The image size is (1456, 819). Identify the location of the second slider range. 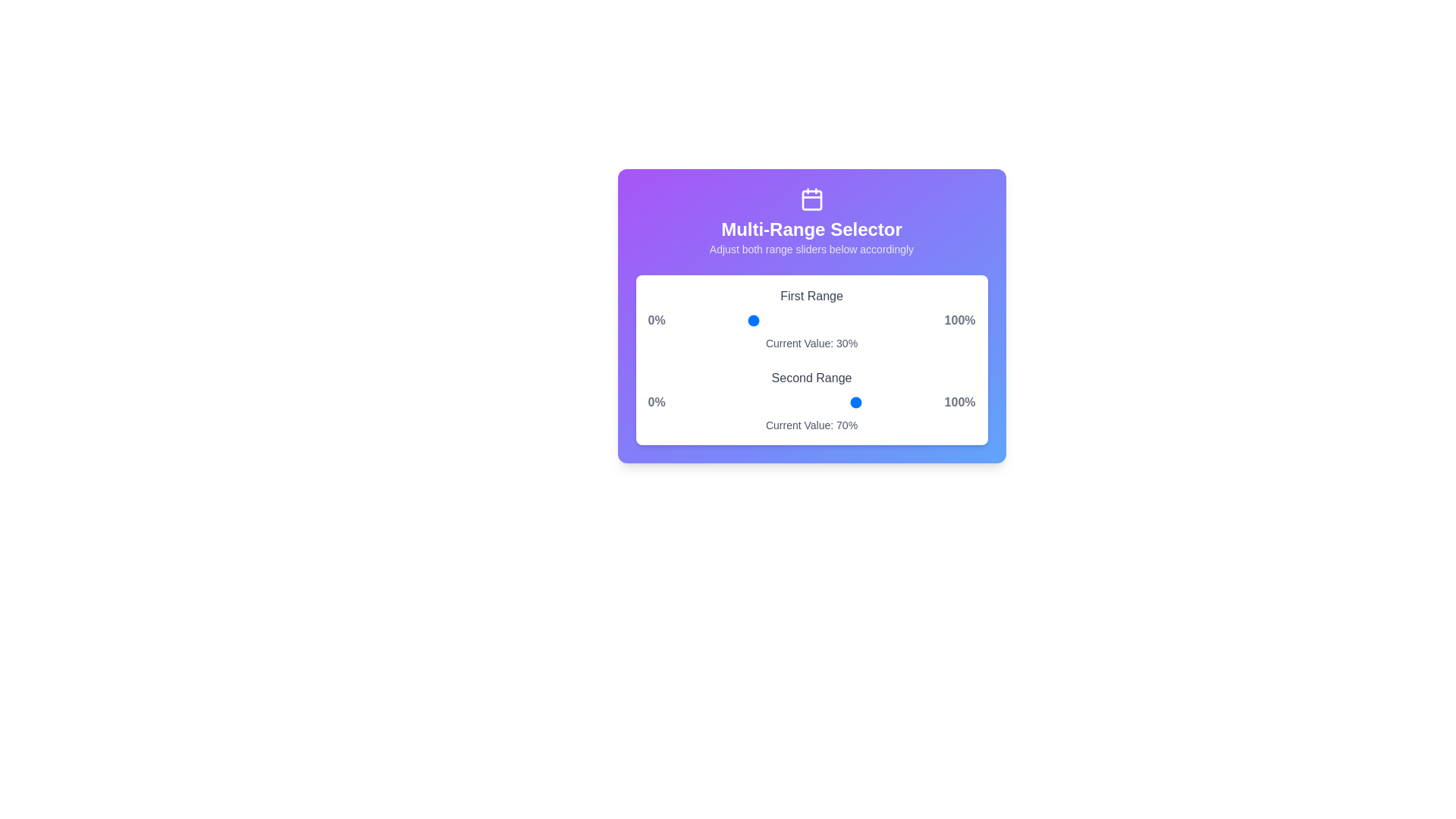
(692, 402).